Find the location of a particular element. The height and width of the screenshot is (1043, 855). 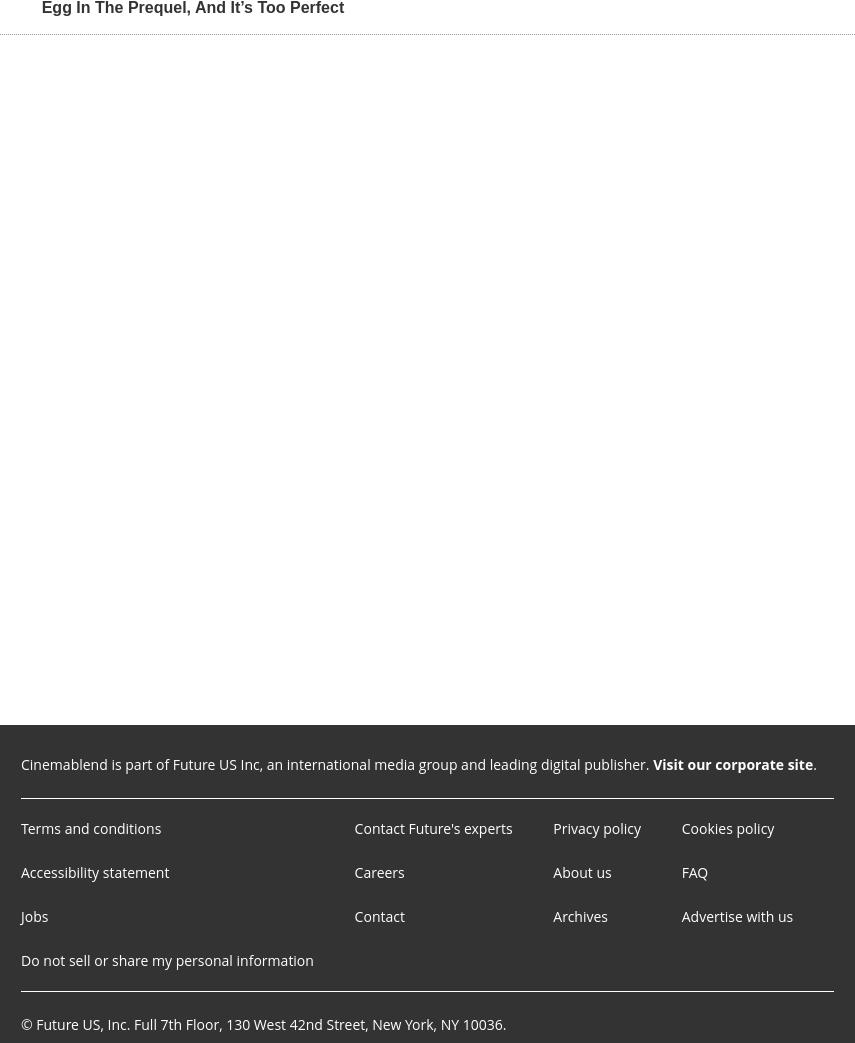

'Do not sell or share my personal information' is located at coordinates (21, 958).